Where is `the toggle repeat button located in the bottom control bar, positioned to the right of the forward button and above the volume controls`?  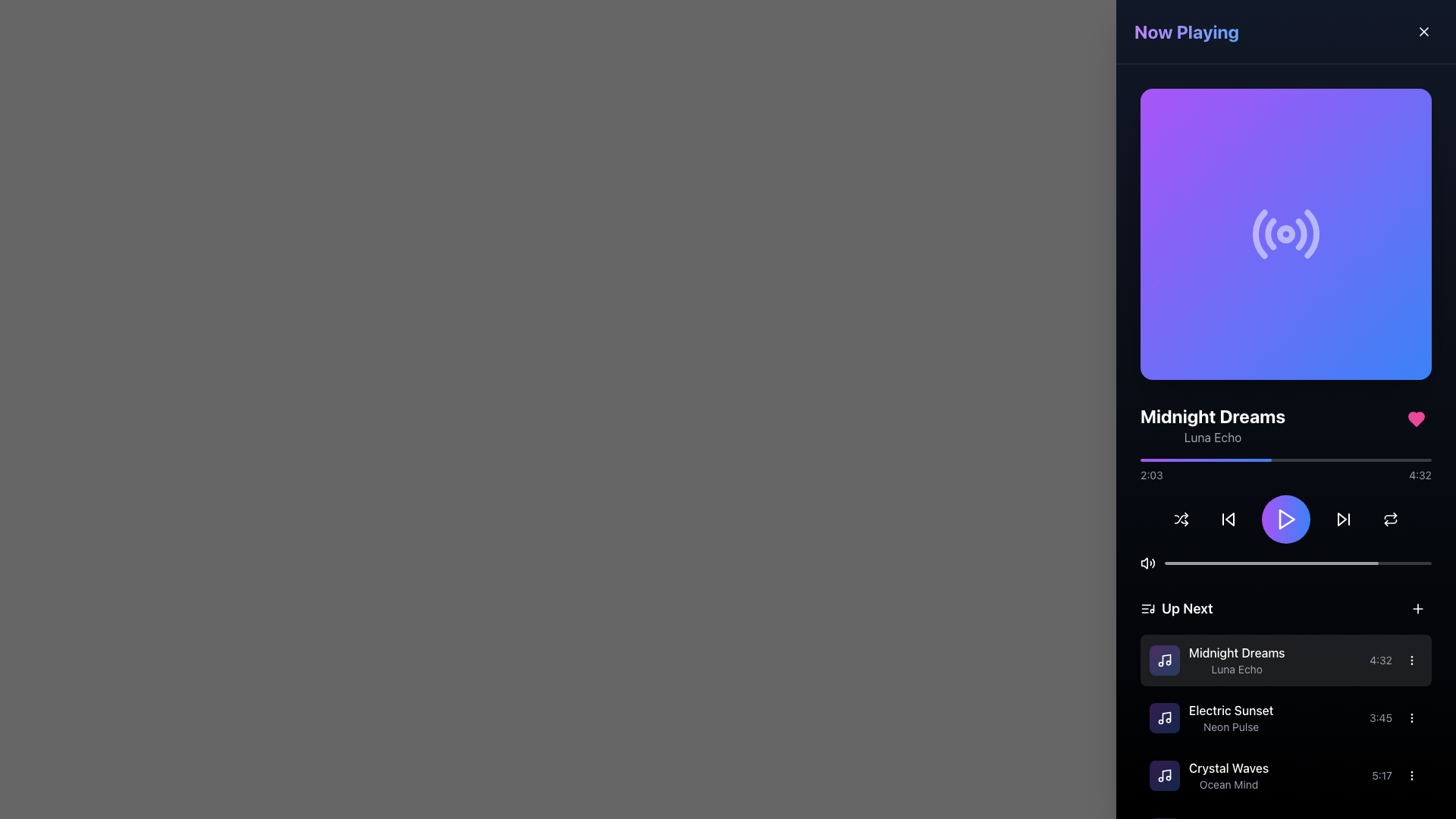 the toggle repeat button located in the bottom control bar, positioned to the right of the forward button and above the volume controls is located at coordinates (1390, 519).